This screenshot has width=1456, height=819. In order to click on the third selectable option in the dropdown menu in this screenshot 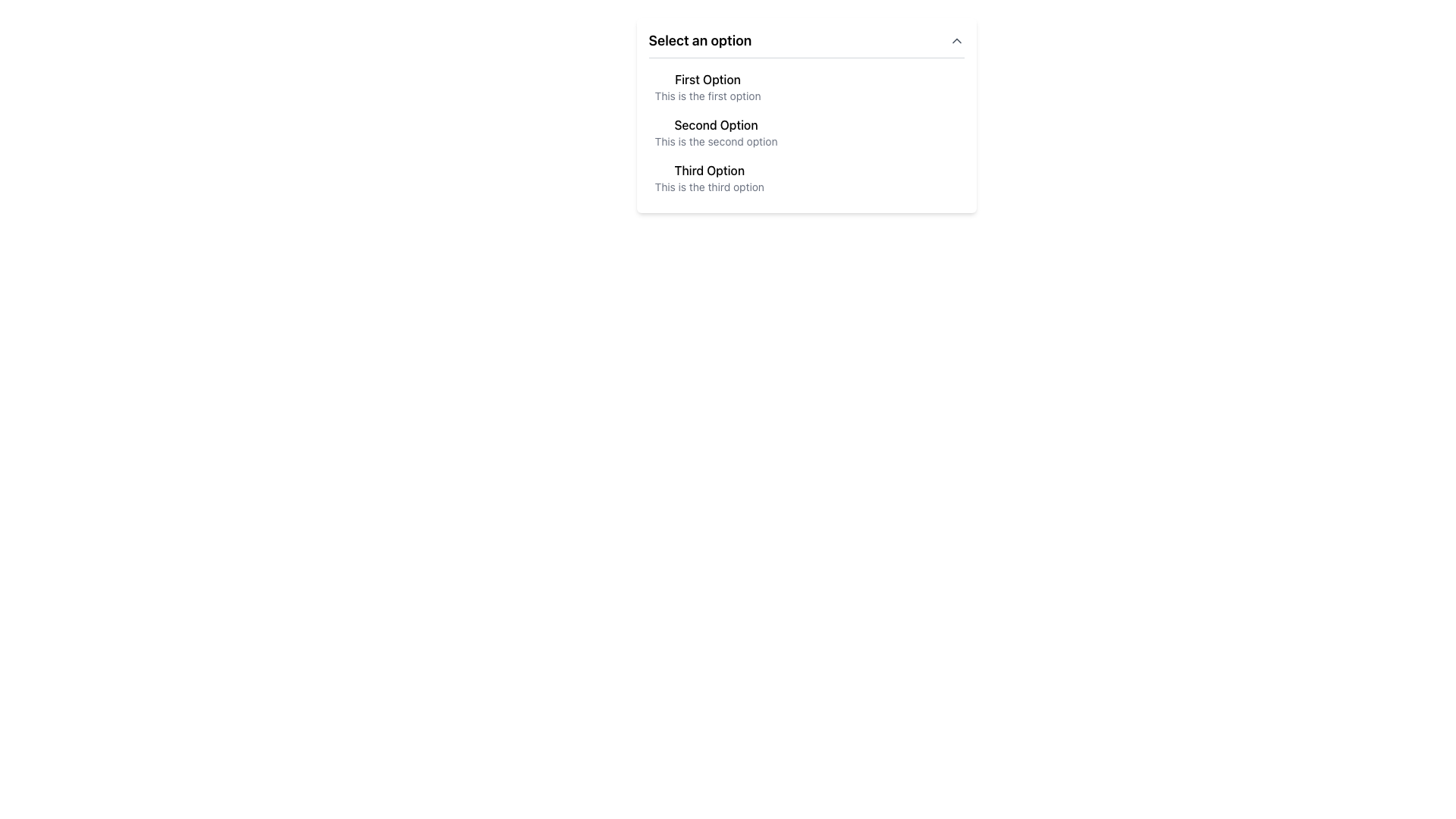, I will do `click(708, 177)`.